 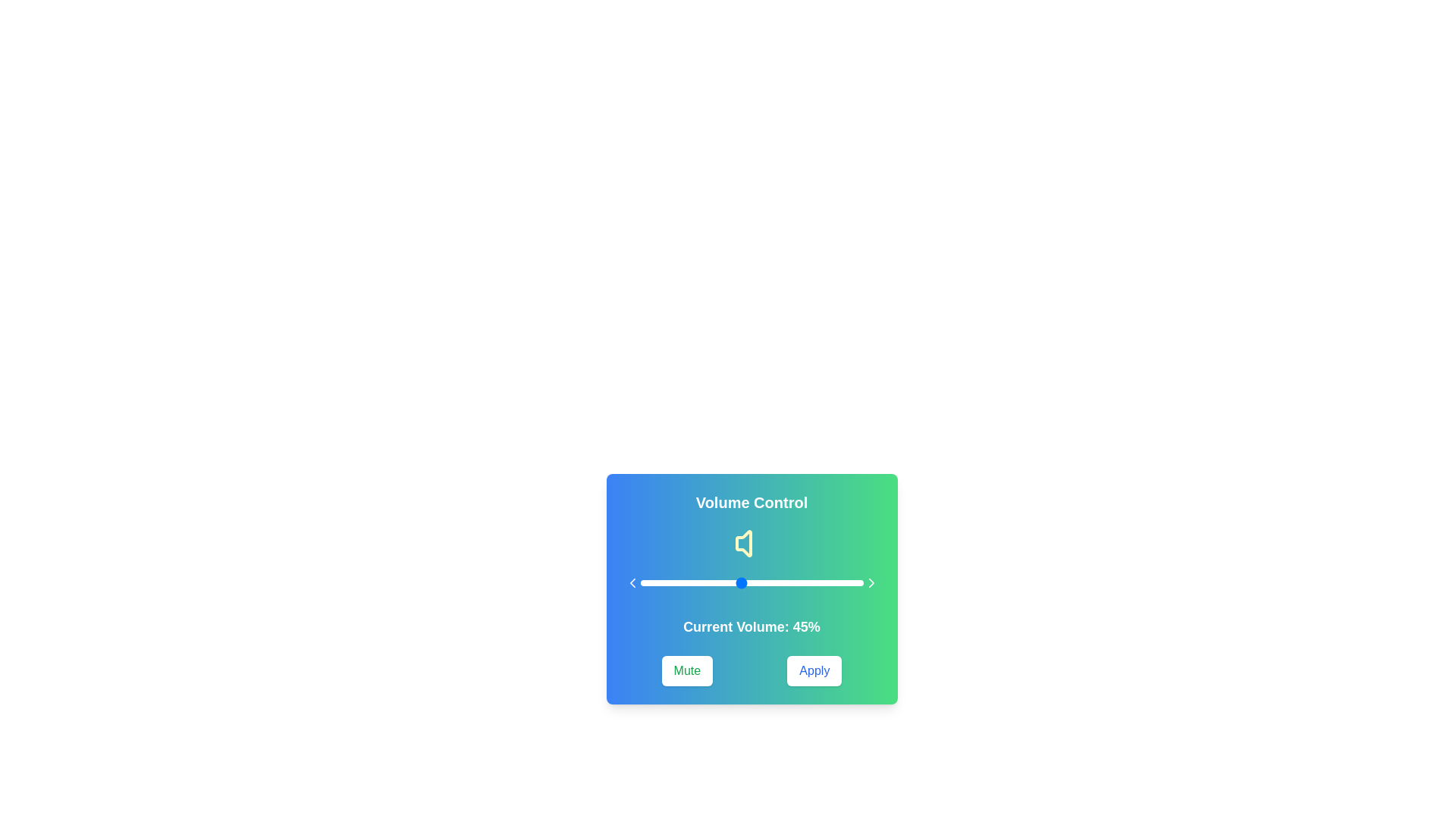 What do you see at coordinates (871, 582) in the screenshot?
I see `the right chevron button to increase the volume` at bounding box center [871, 582].